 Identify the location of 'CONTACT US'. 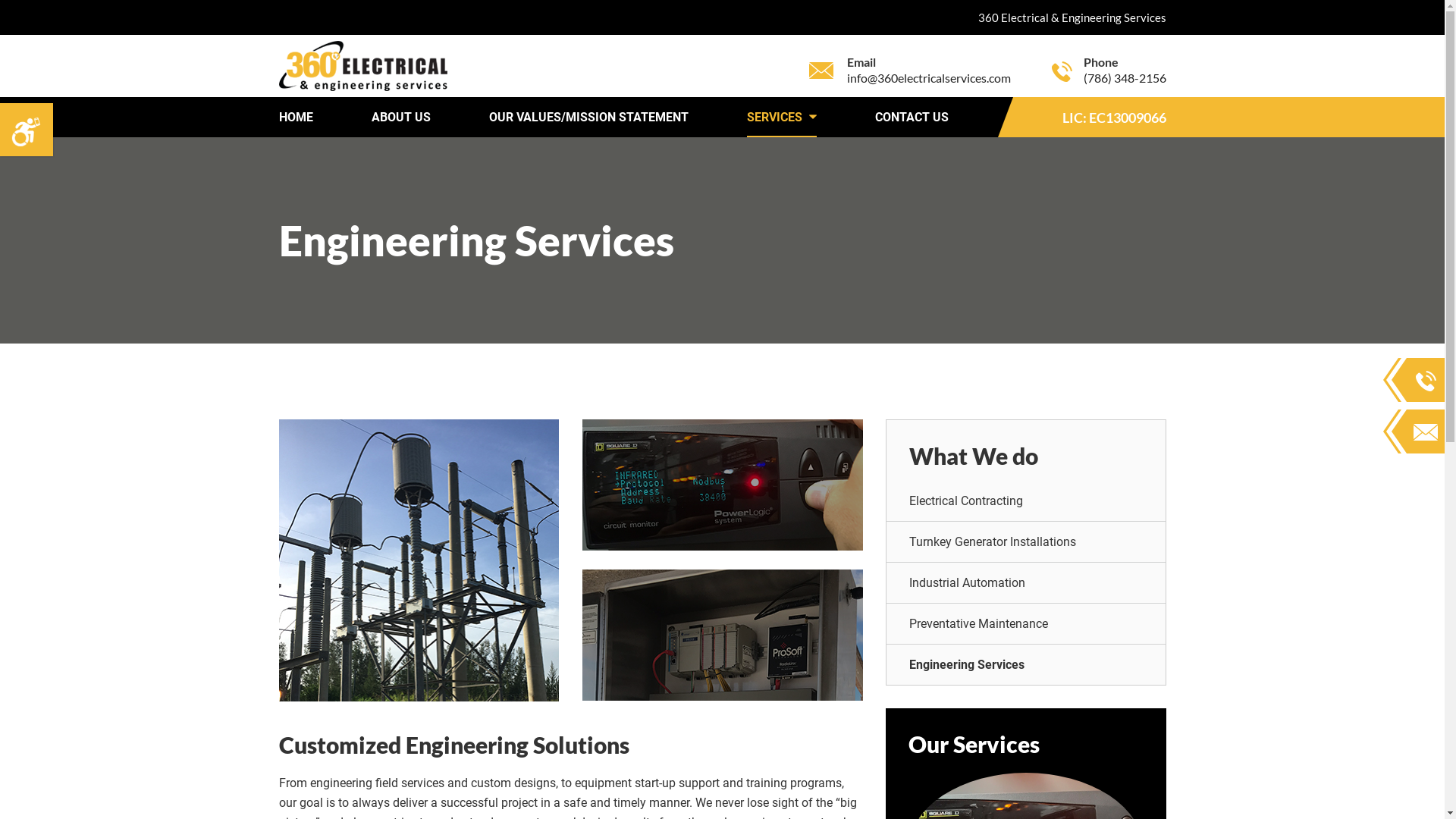
(874, 116).